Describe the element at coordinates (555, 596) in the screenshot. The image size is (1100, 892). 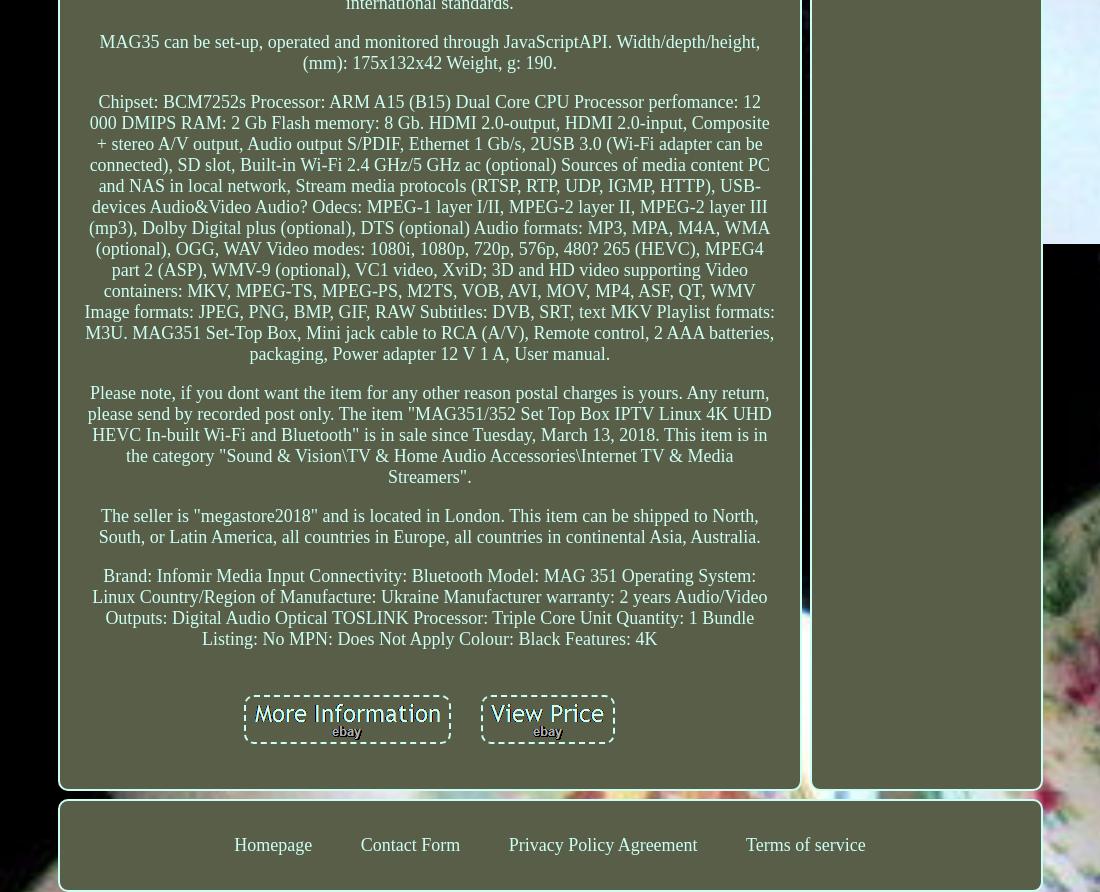
I see `'Manufacturer warranty: 2 years'` at that location.